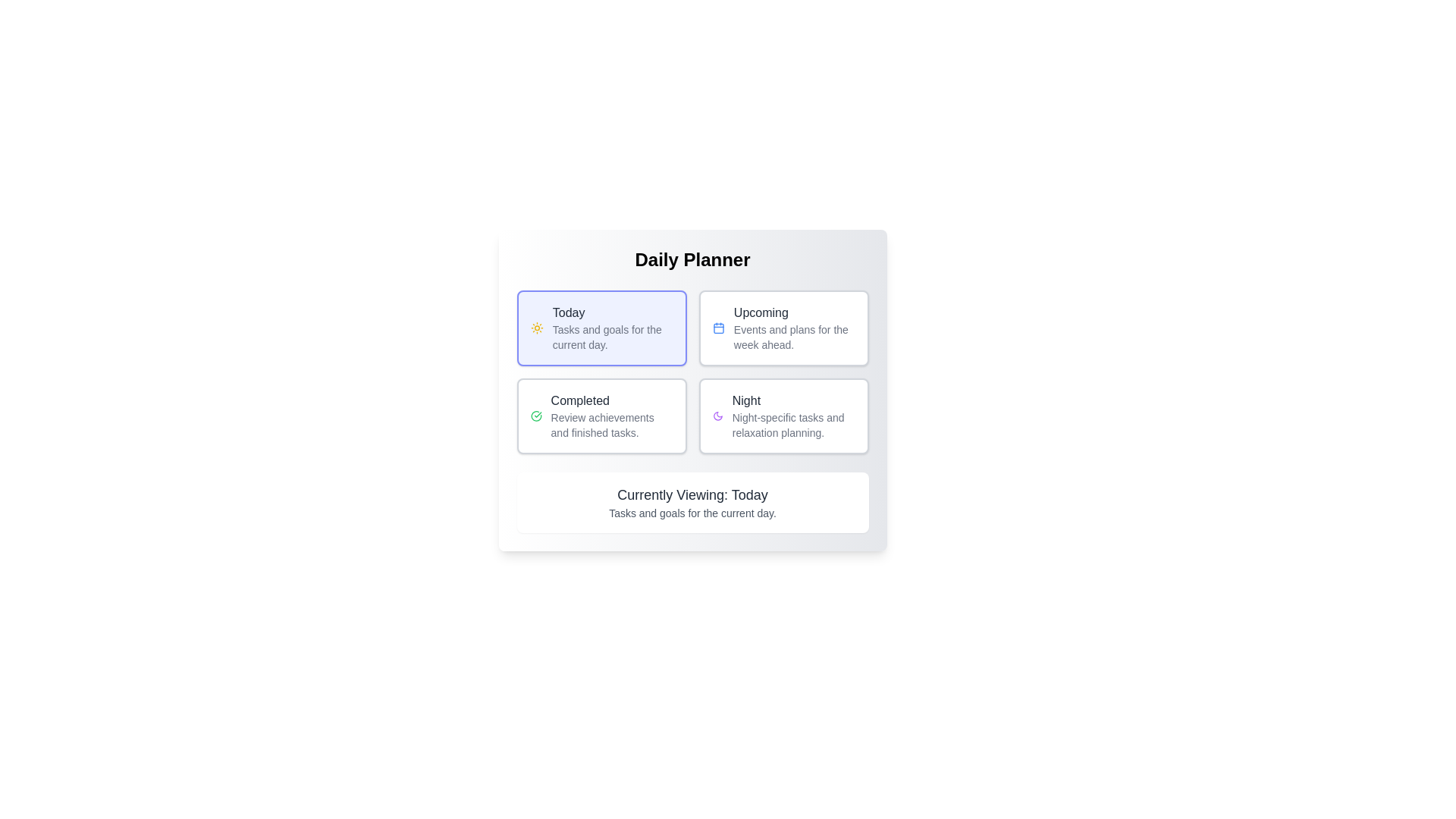  Describe the element at coordinates (613, 336) in the screenshot. I see `the descriptive text label located in the 'Today' section of the Daily Planner interface, which provides additional context about tasks and goals` at that location.